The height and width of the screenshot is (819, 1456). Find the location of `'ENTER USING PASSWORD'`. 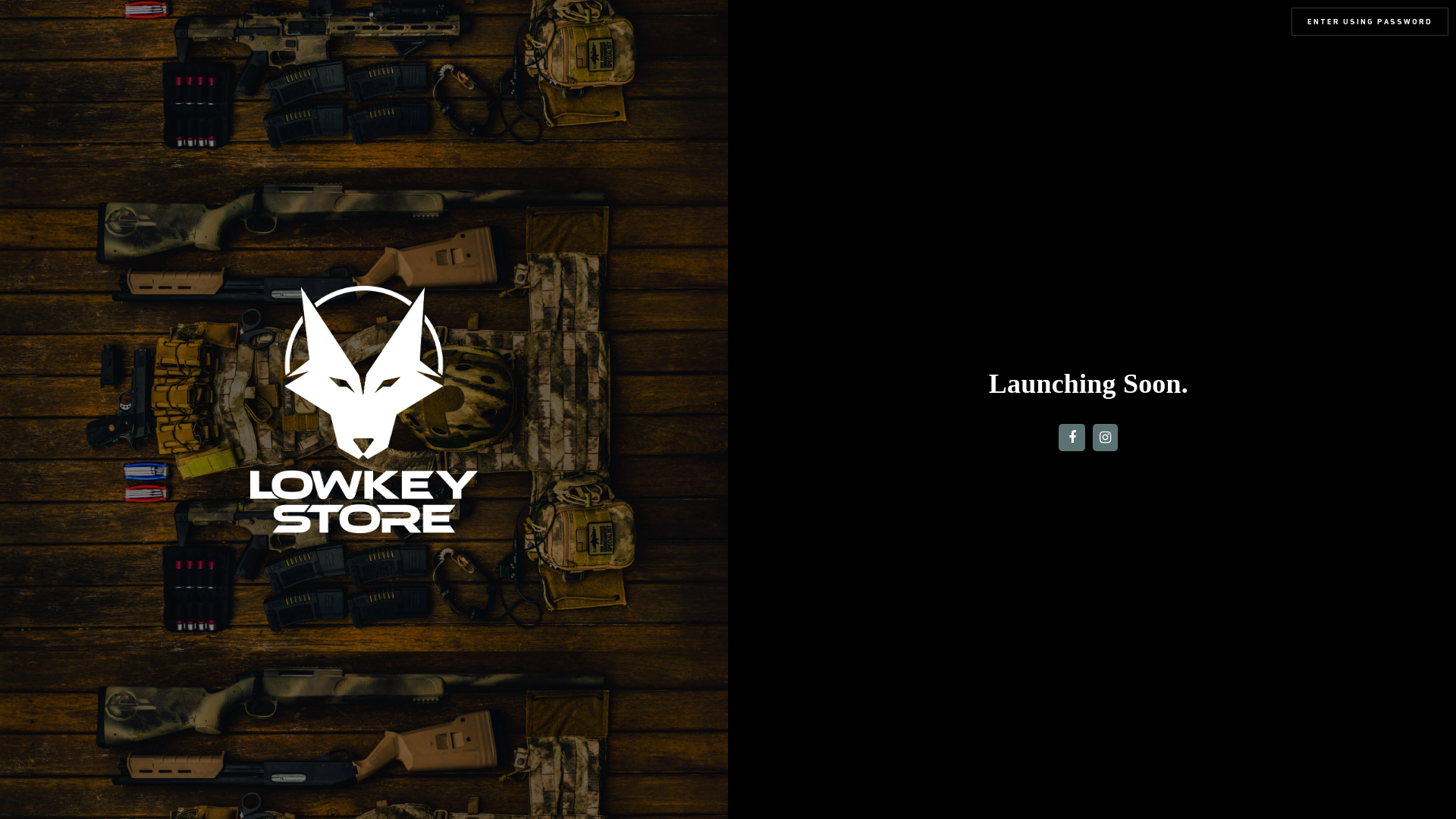

'ENTER USING PASSWORD' is located at coordinates (1370, 21).